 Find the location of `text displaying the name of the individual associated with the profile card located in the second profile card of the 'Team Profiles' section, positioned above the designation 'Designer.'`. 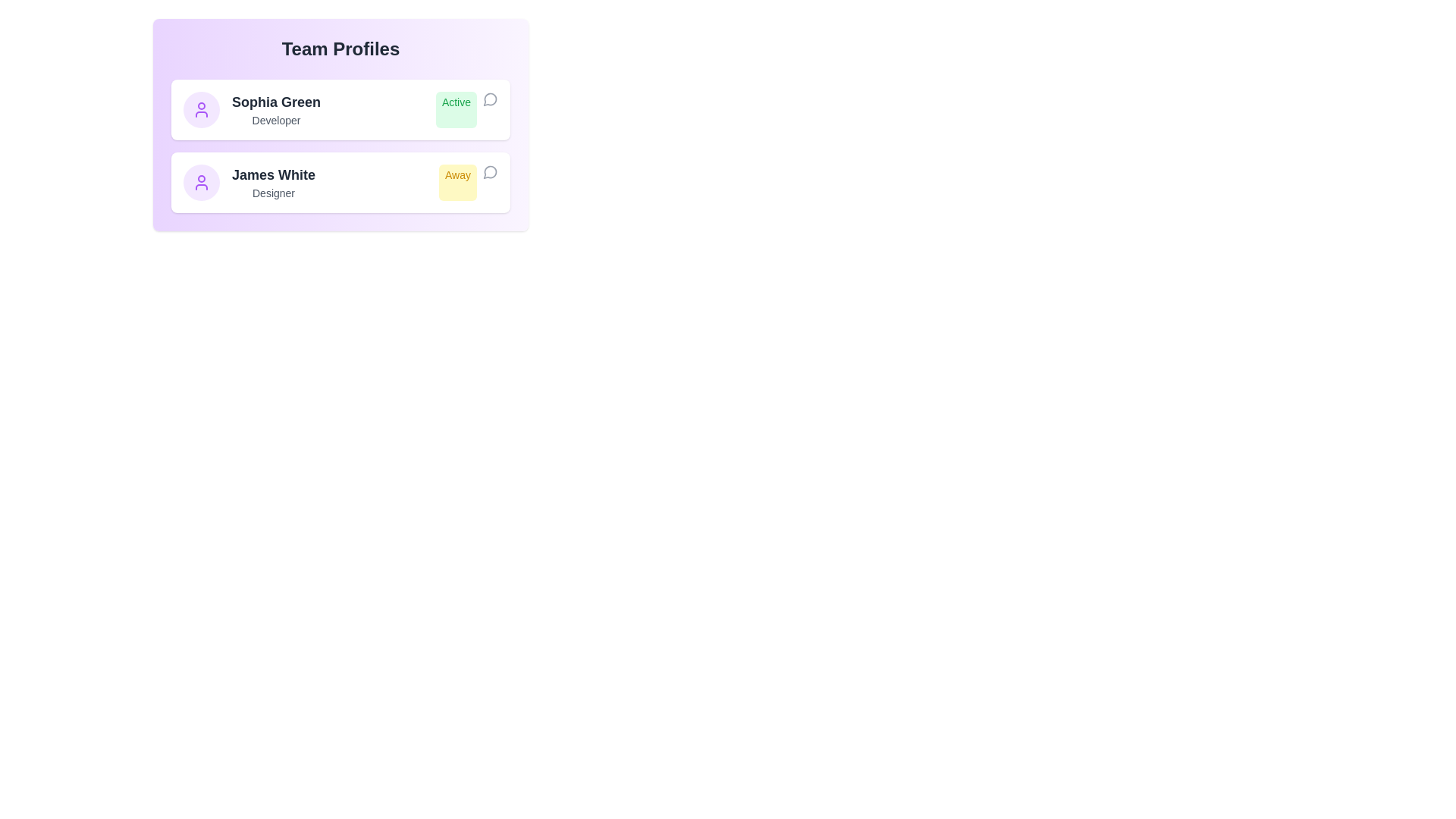

text displaying the name of the individual associated with the profile card located in the second profile card of the 'Team Profiles' section, positioned above the designation 'Designer.' is located at coordinates (273, 174).